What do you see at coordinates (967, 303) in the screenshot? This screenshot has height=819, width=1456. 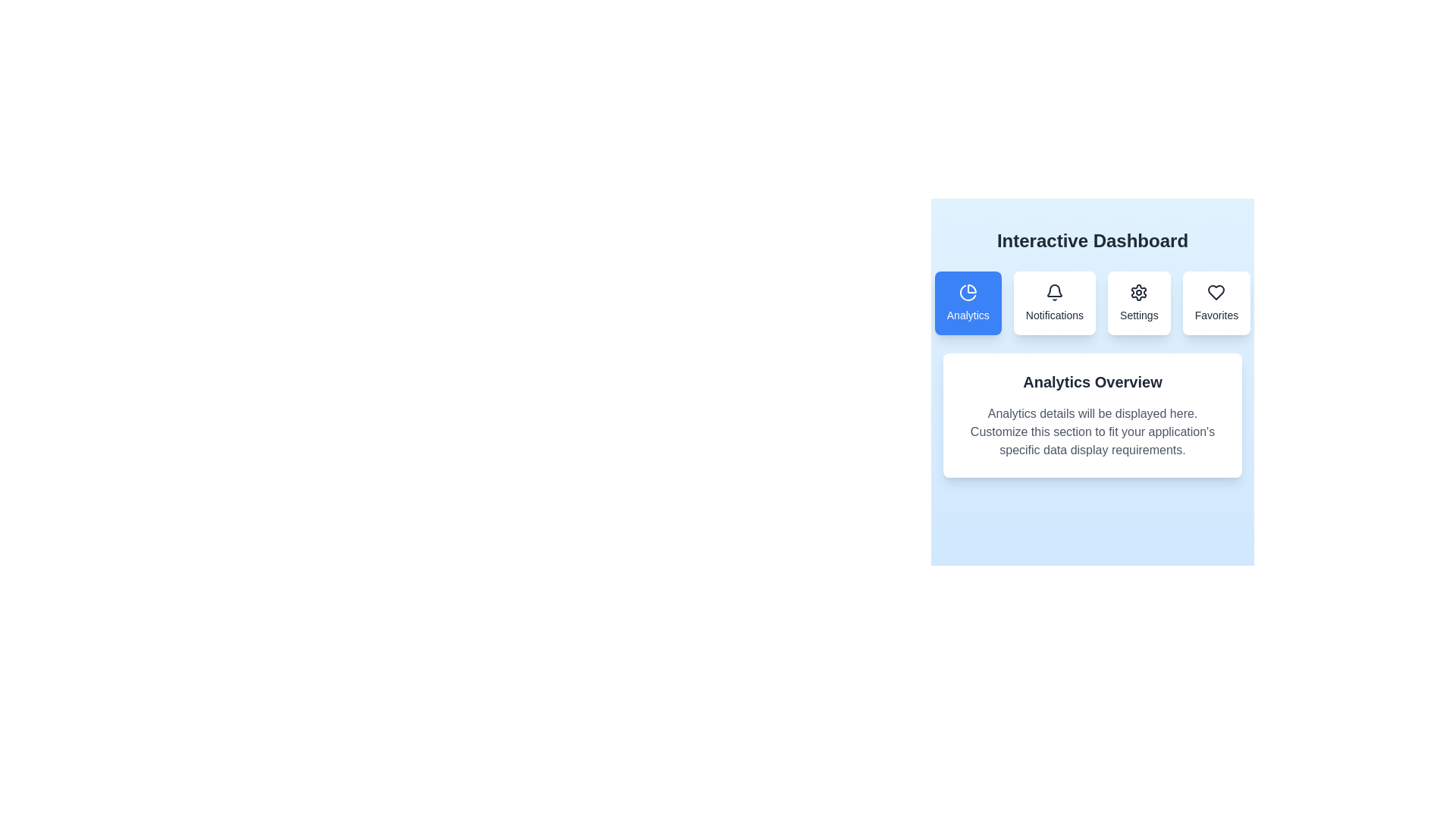 I see `the leftmost button in the row of four buttons` at bounding box center [967, 303].